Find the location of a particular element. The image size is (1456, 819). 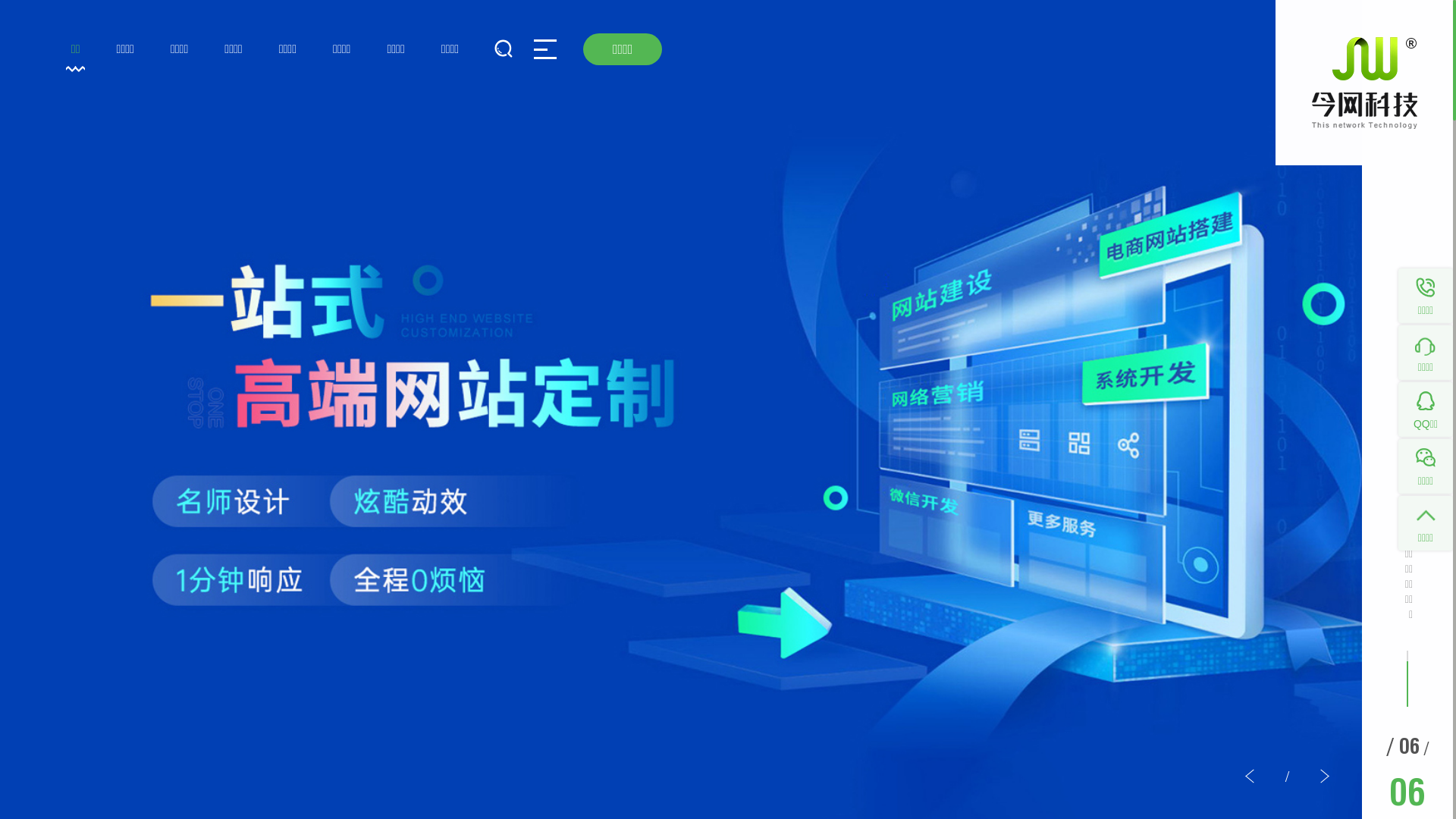

'>' is located at coordinates (1323, 776).